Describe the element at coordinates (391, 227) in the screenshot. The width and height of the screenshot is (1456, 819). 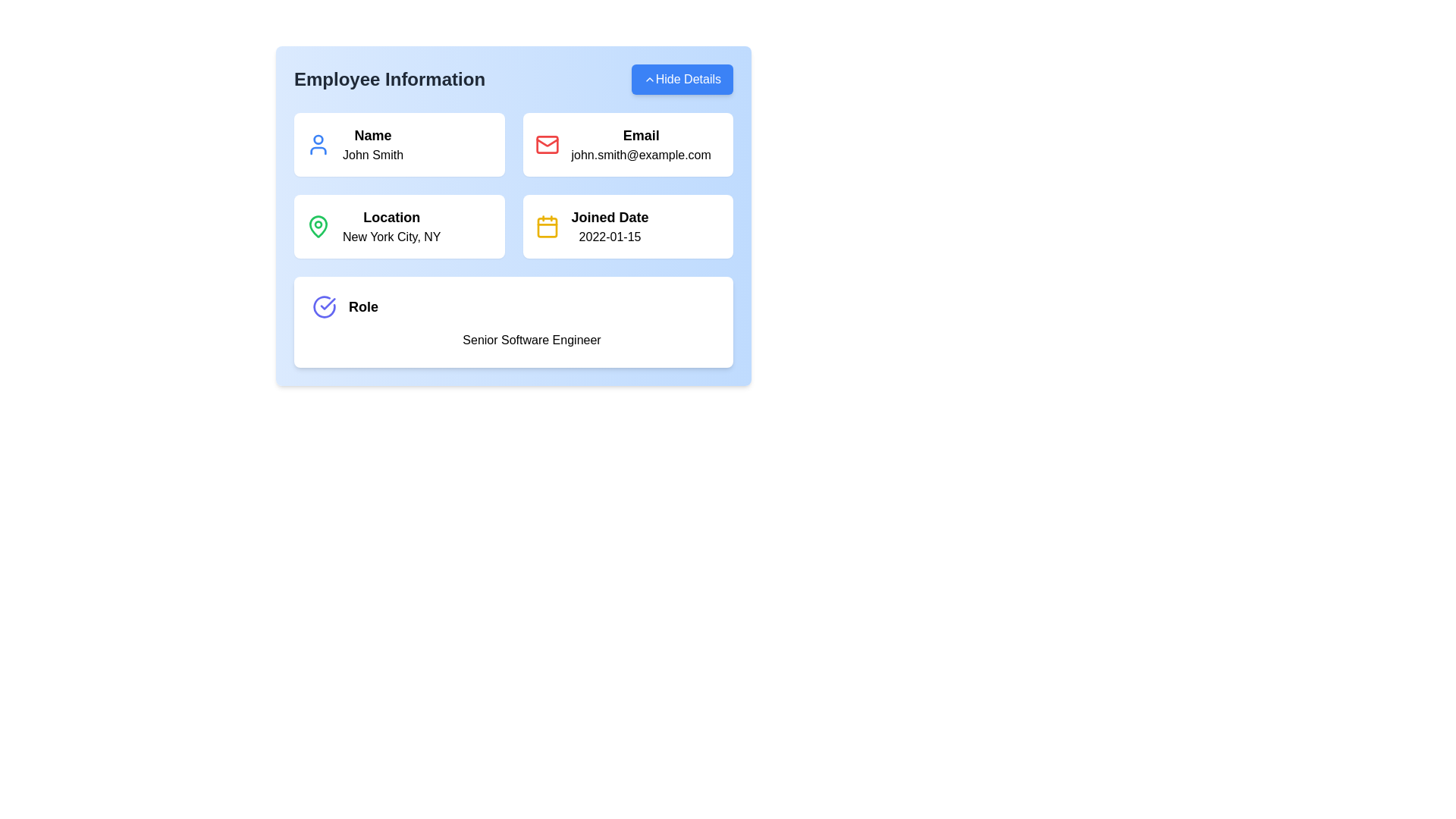
I see `the text display element that shows the title 'Location' and the details 'New York City, NY', which is located in the second row, first column of the grid layout in the employee information card` at that location.